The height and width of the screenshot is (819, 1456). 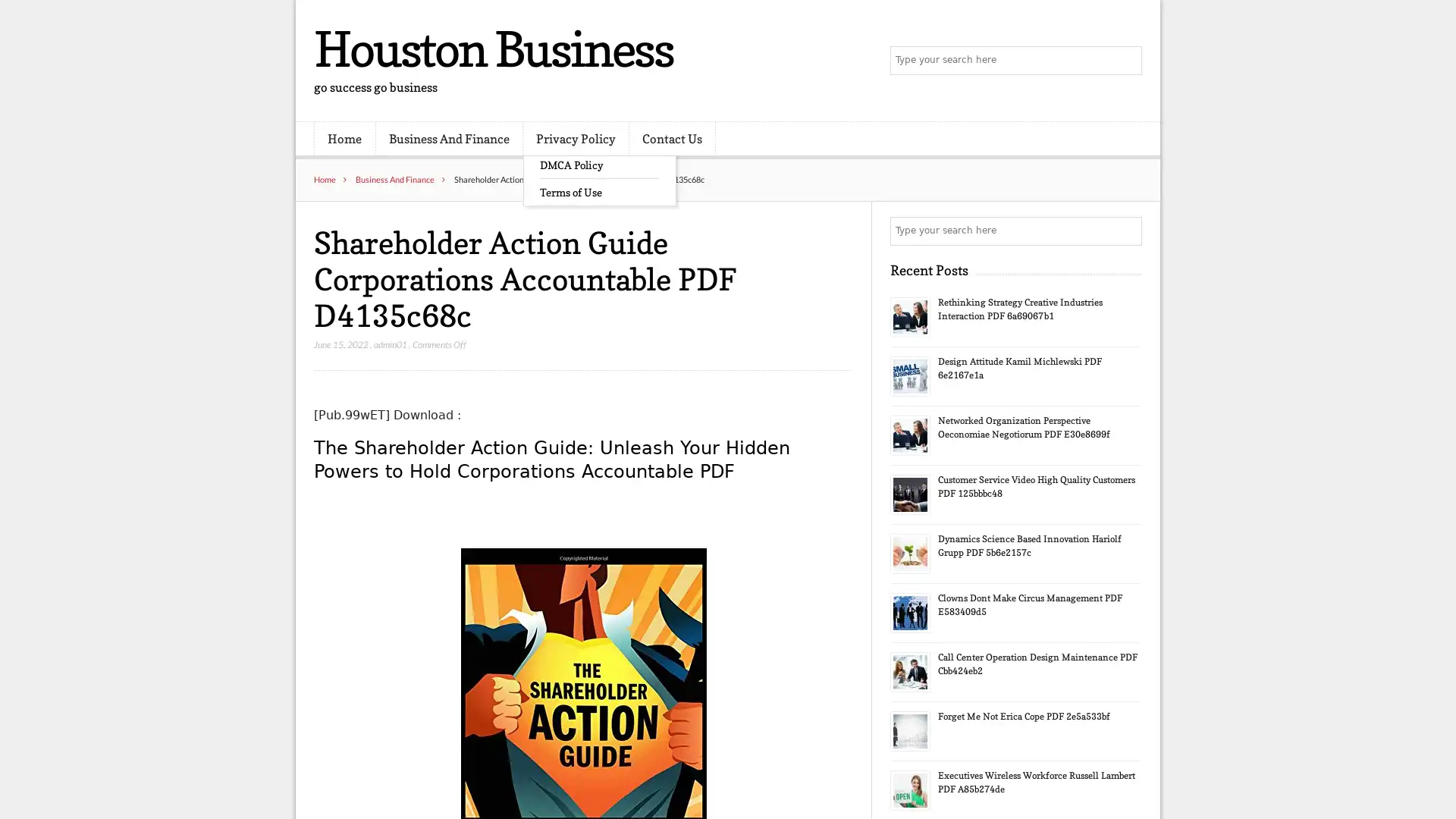 What do you see at coordinates (1126, 61) in the screenshot?
I see `Search` at bounding box center [1126, 61].